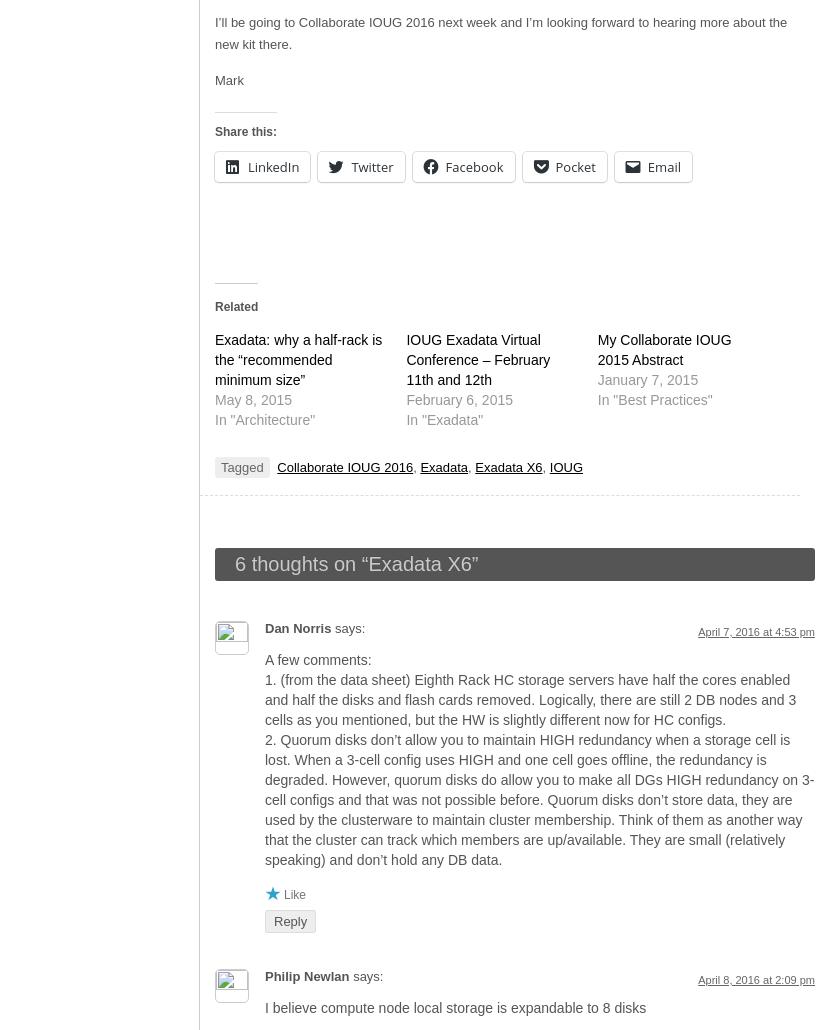 The height and width of the screenshot is (1030, 830). What do you see at coordinates (756, 978) in the screenshot?
I see `'April 8, 2016 at 2:09 pm'` at bounding box center [756, 978].